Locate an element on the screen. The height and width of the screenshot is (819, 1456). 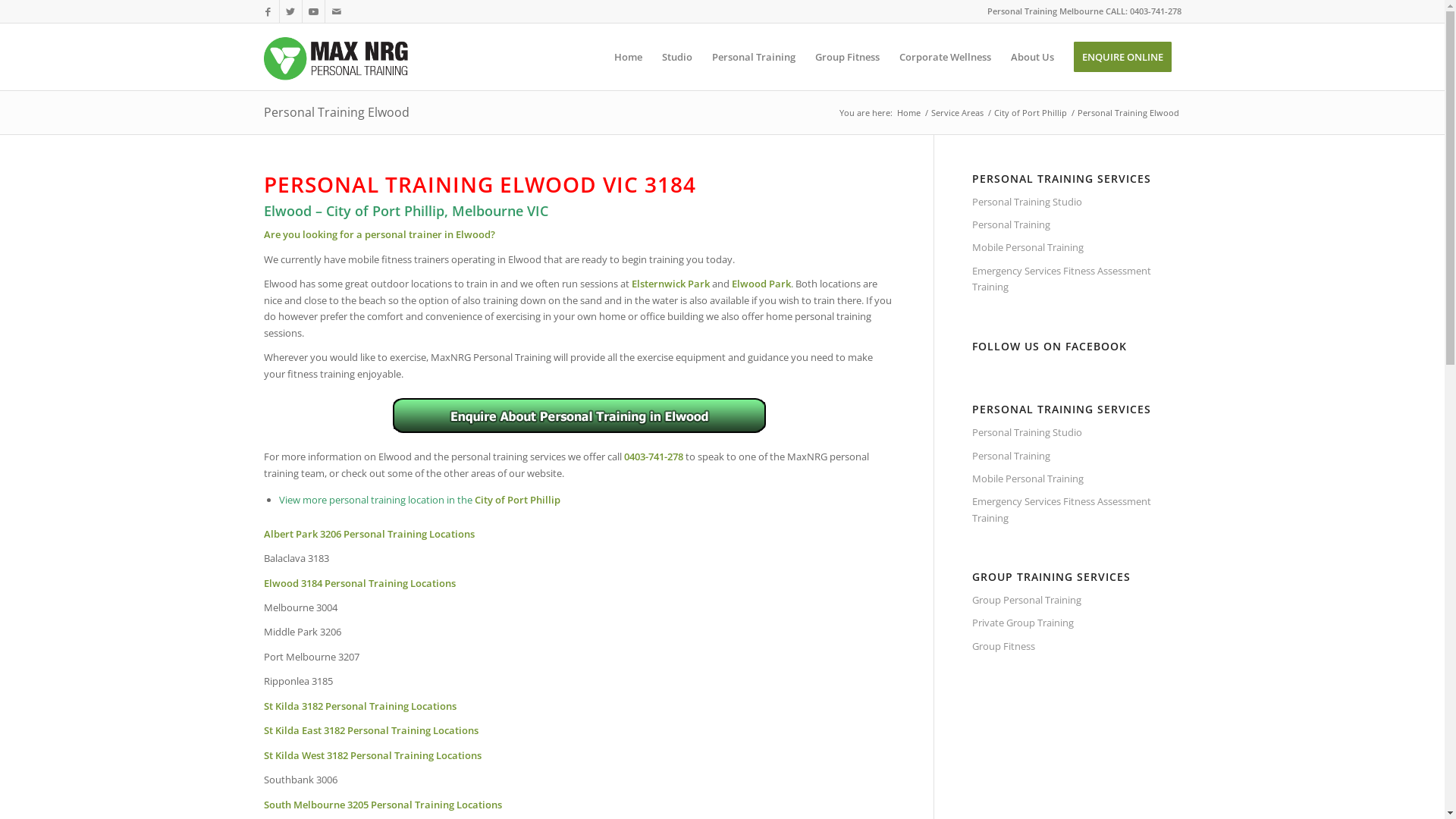
'About Us' is located at coordinates (1031, 55).